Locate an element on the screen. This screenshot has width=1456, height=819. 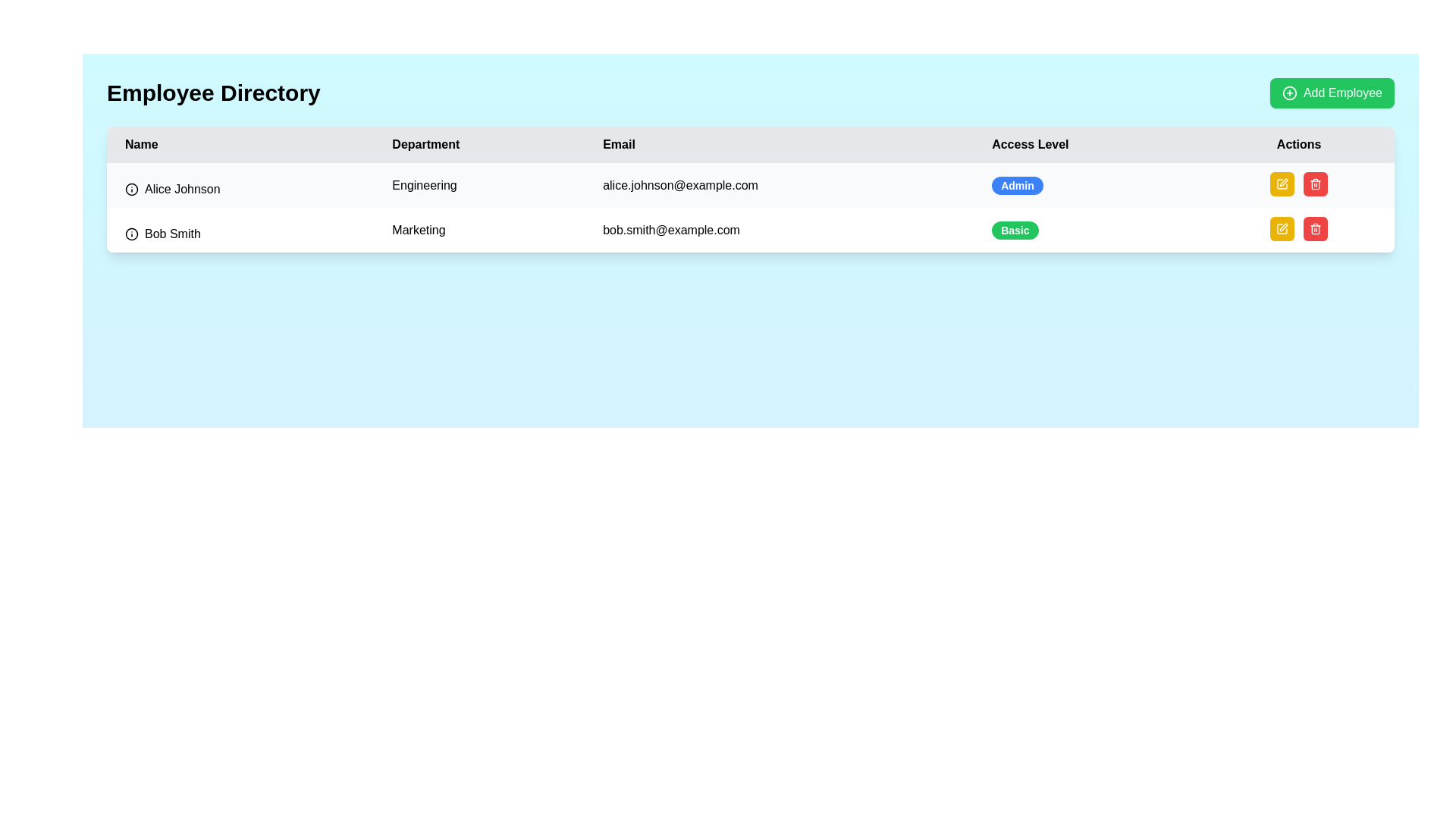
the red button with a white trash can icon, located at the far-right end of the 'Actions' column in the second row of the employee list is located at coordinates (1315, 228).